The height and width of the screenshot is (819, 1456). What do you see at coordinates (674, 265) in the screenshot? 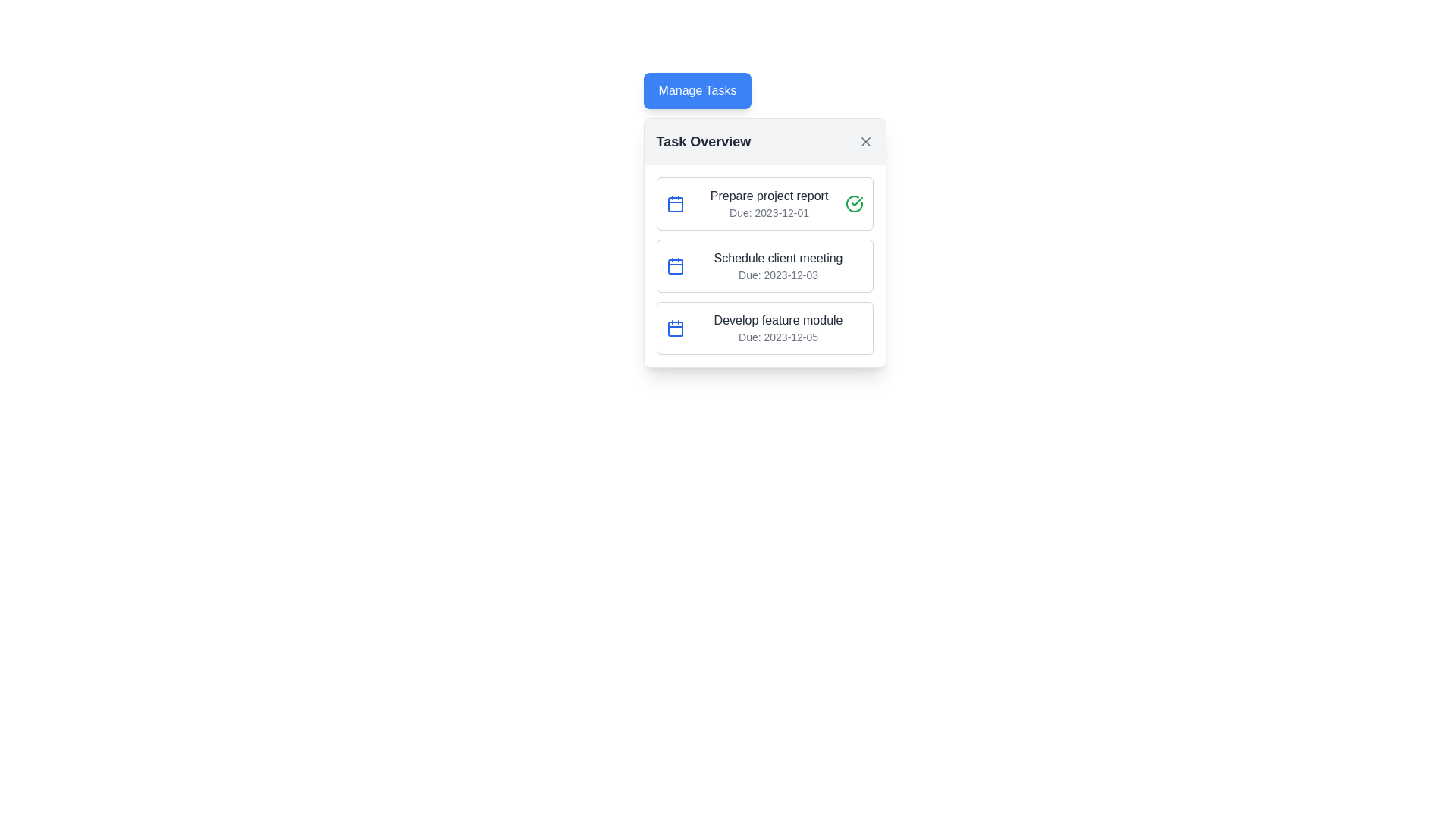
I see `the decorative component representing the internal part of the calendar icon in the 'Schedule client meeting' task list entry` at bounding box center [674, 265].